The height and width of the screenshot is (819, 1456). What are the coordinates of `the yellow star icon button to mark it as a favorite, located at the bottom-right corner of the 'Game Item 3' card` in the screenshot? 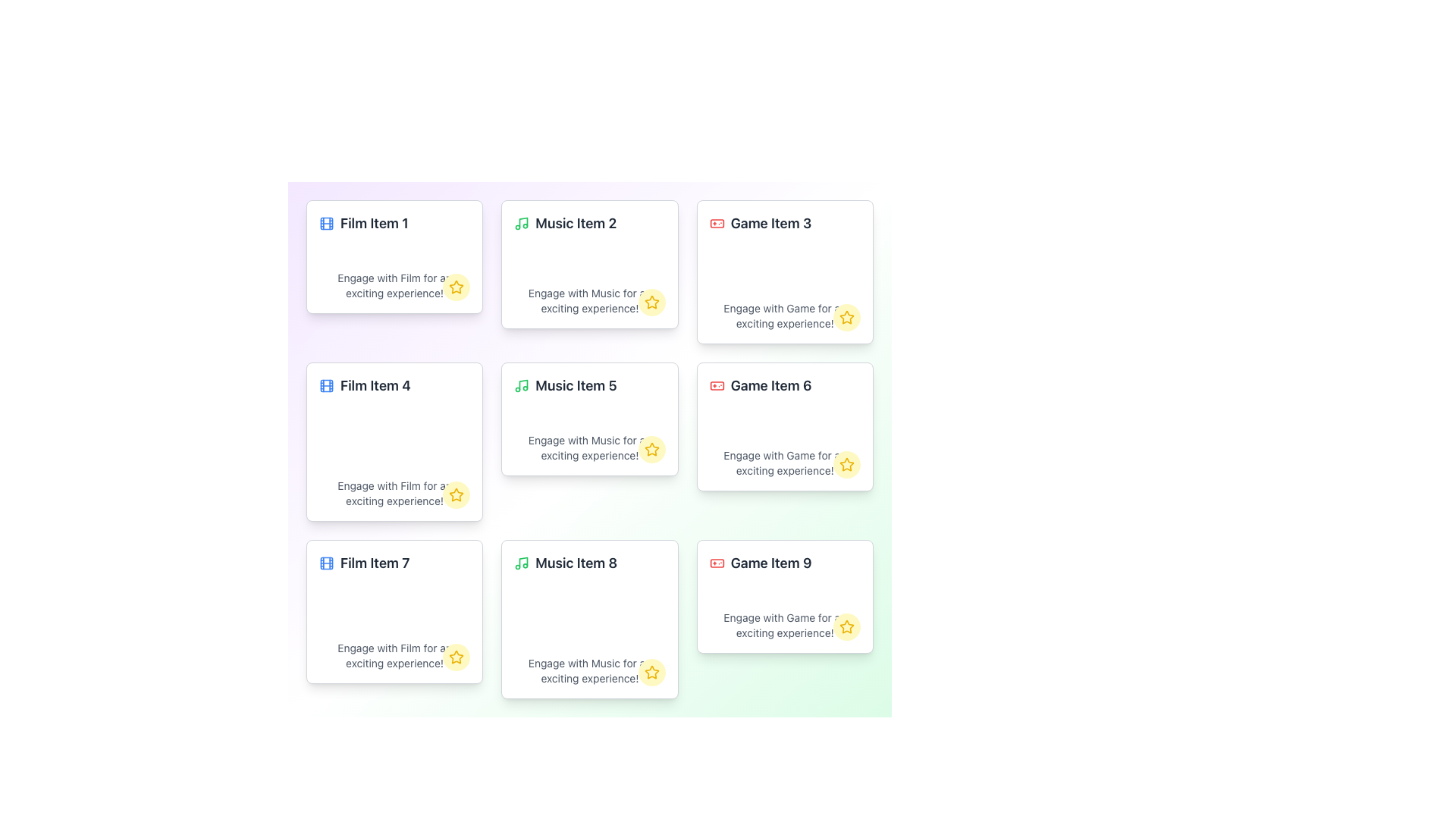 It's located at (846, 317).